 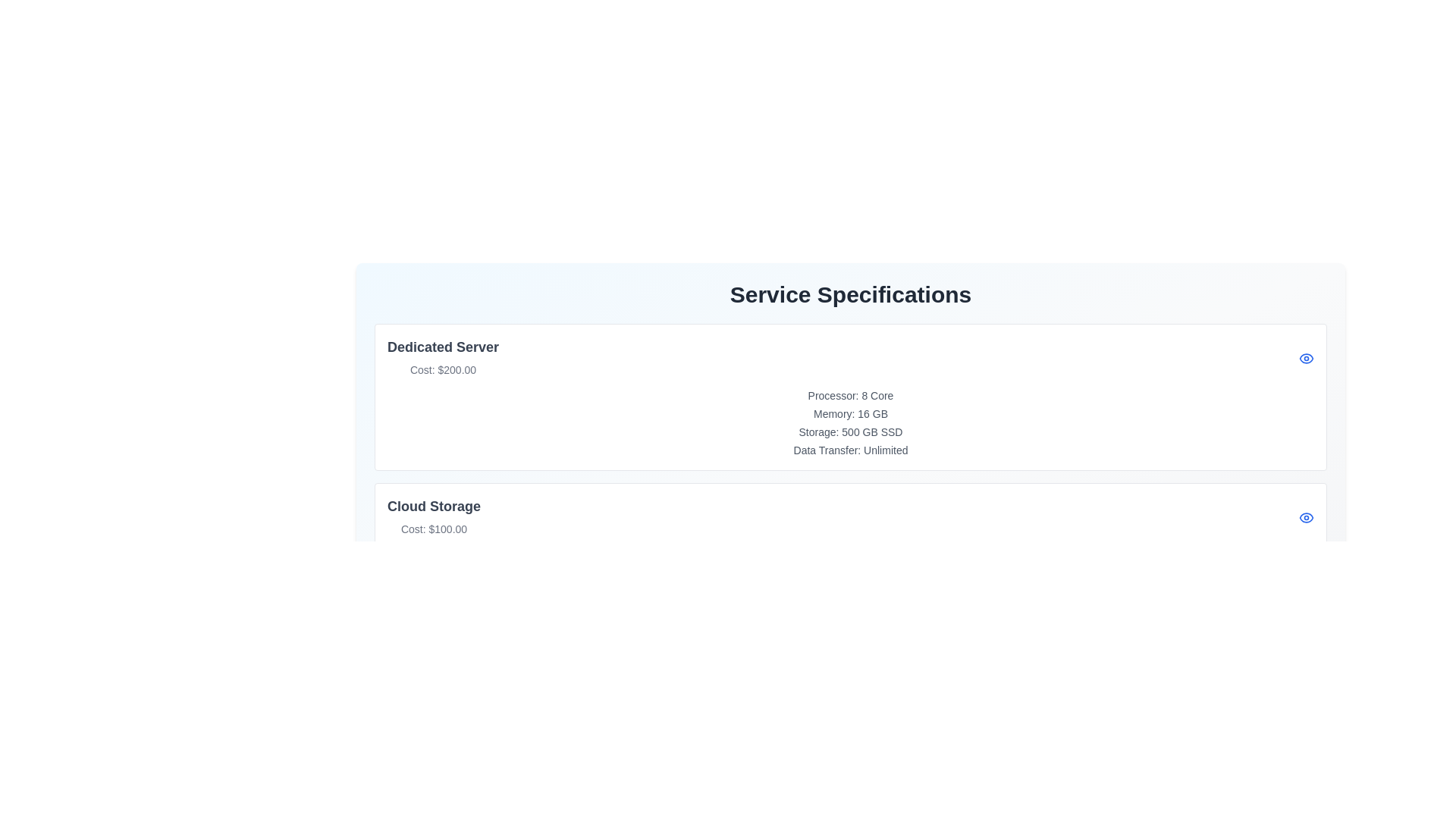 What do you see at coordinates (442, 347) in the screenshot?
I see `the text label 'Dedicated Server' to trigger additional styling effects, which serves as a title for the associated item in the service specifications section` at bounding box center [442, 347].